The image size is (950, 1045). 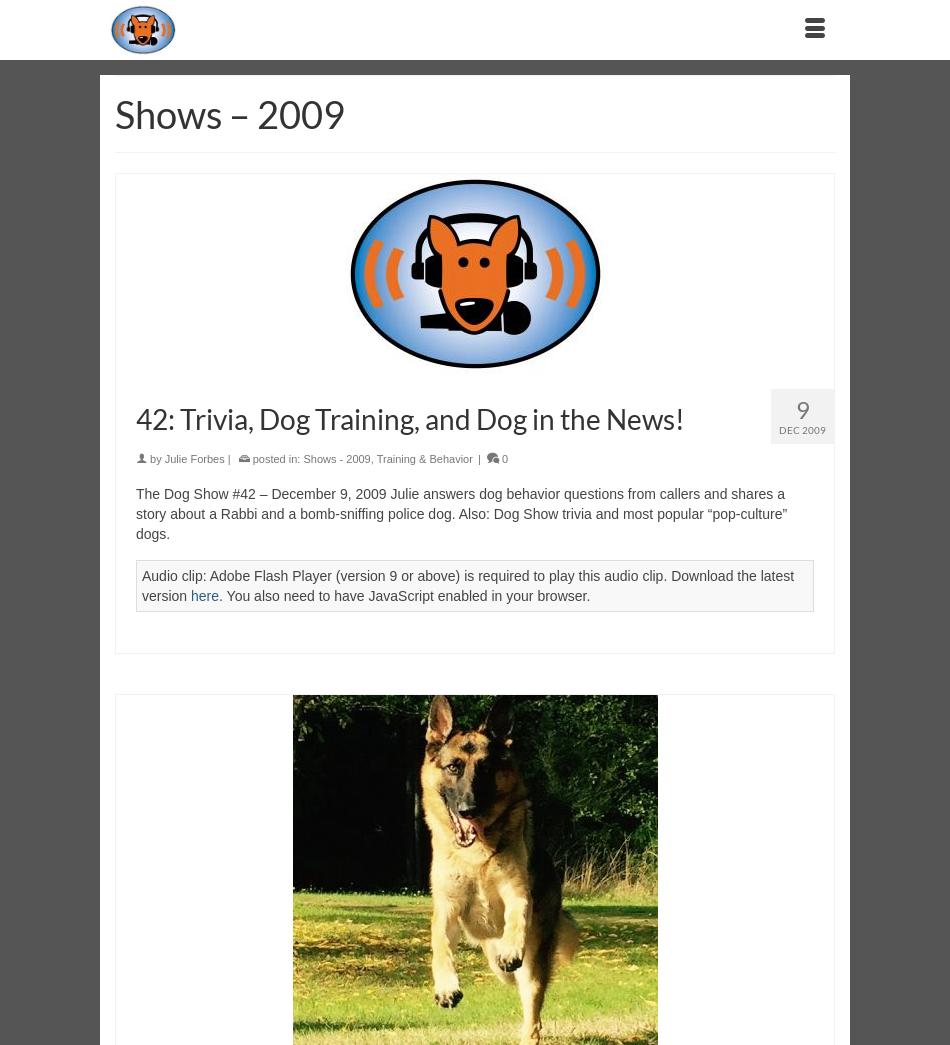 What do you see at coordinates (422, 458) in the screenshot?
I see `'Training & Behavior'` at bounding box center [422, 458].